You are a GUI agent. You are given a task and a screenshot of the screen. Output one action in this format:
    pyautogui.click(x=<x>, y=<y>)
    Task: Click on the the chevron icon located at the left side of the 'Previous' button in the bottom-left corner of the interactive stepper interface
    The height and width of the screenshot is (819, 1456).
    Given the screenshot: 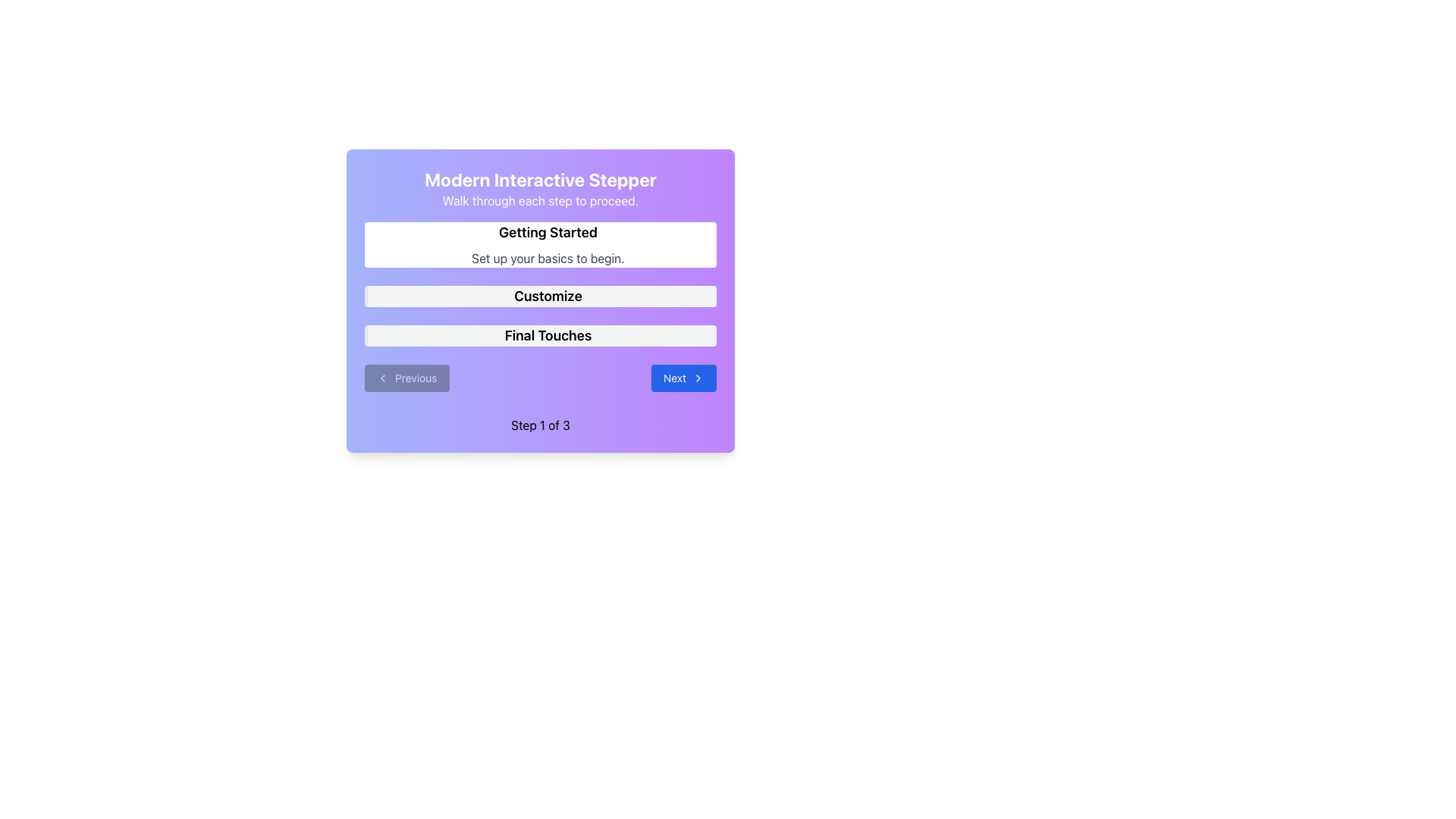 What is the action you would take?
    pyautogui.click(x=382, y=377)
    